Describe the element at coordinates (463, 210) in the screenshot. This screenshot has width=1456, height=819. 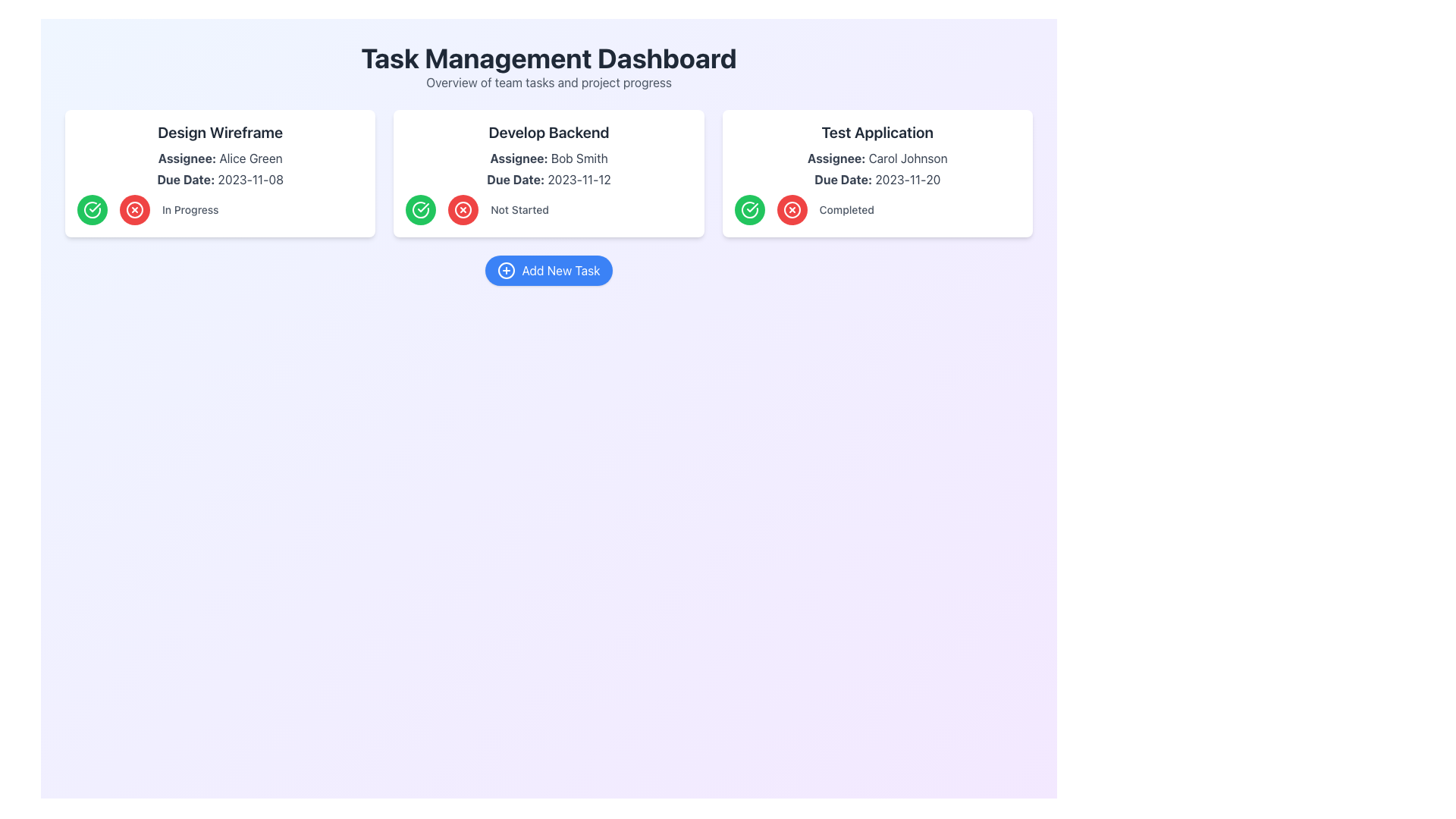
I see `the circular red icon with an X design, located within the 'Develop Backend' task card` at that location.